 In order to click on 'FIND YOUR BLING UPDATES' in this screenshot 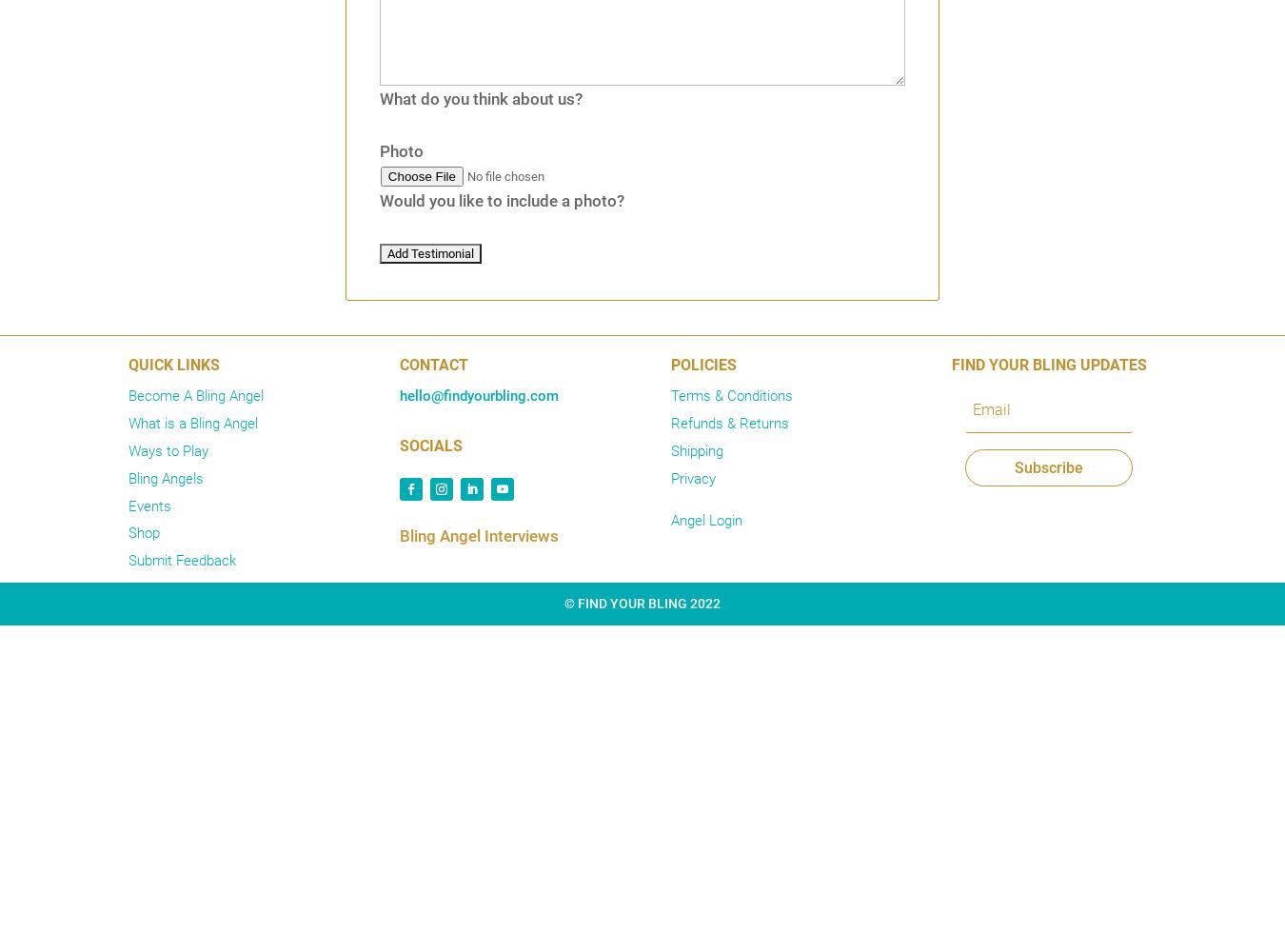, I will do `click(1048, 364)`.